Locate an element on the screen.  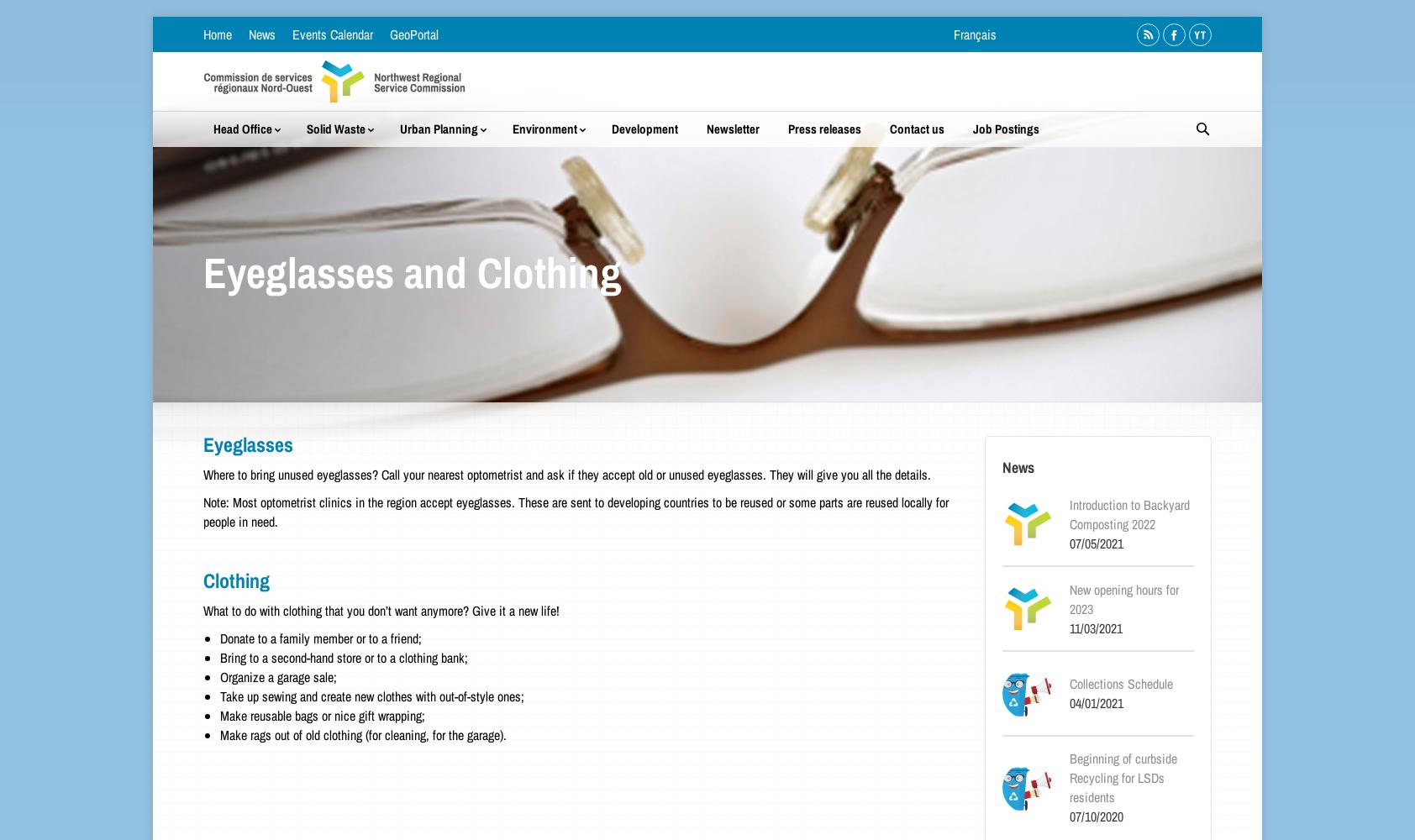
'FoRCE' is located at coordinates (536, 260).